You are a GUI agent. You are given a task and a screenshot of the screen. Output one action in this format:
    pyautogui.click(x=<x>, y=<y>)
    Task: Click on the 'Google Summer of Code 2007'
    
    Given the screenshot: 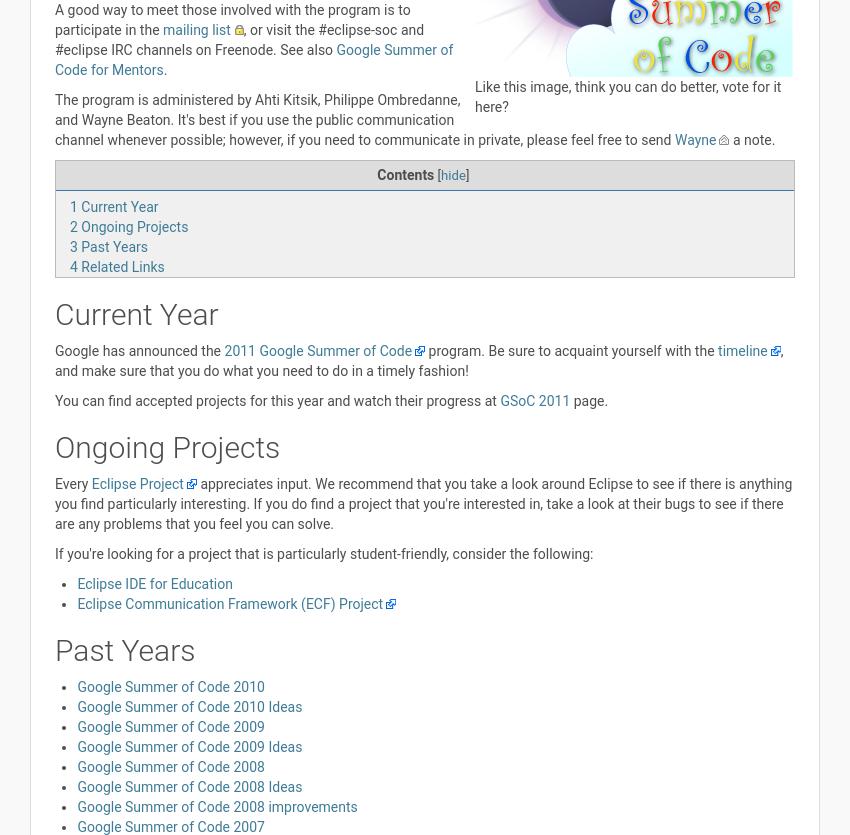 What is the action you would take?
    pyautogui.click(x=170, y=824)
    